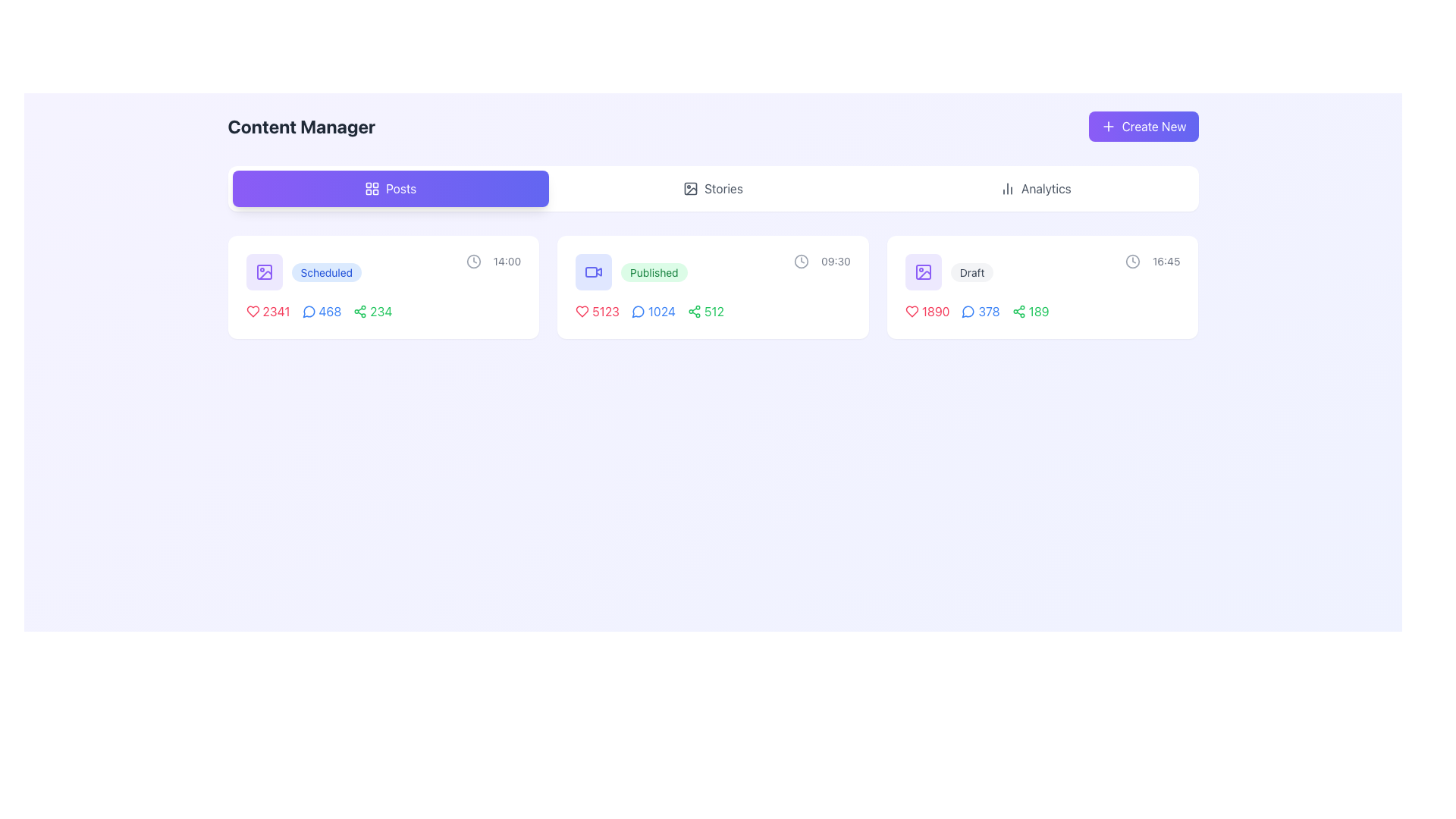 This screenshot has height=819, width=1456. What do you see at coordinates (596, 311) in the screenshot?
I see `displayed number '5123' from the red heart icon counter, which is the first item in the group of social interaction metrics located below the 'Published' label` at bounding box center [596, 311].